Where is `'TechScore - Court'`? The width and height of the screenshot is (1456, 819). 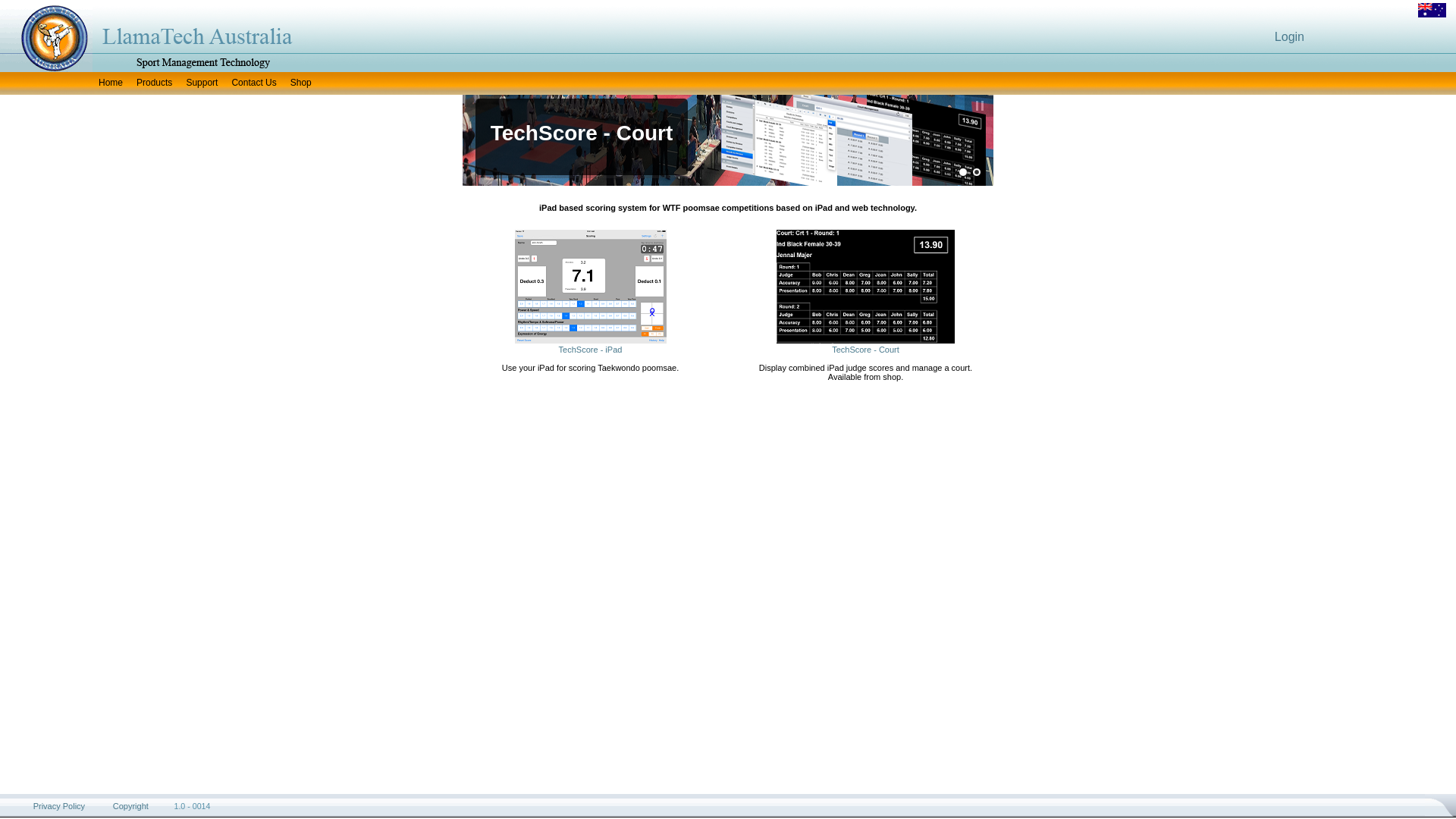
'TechScore - Court' is located at coordinates (865, 350).